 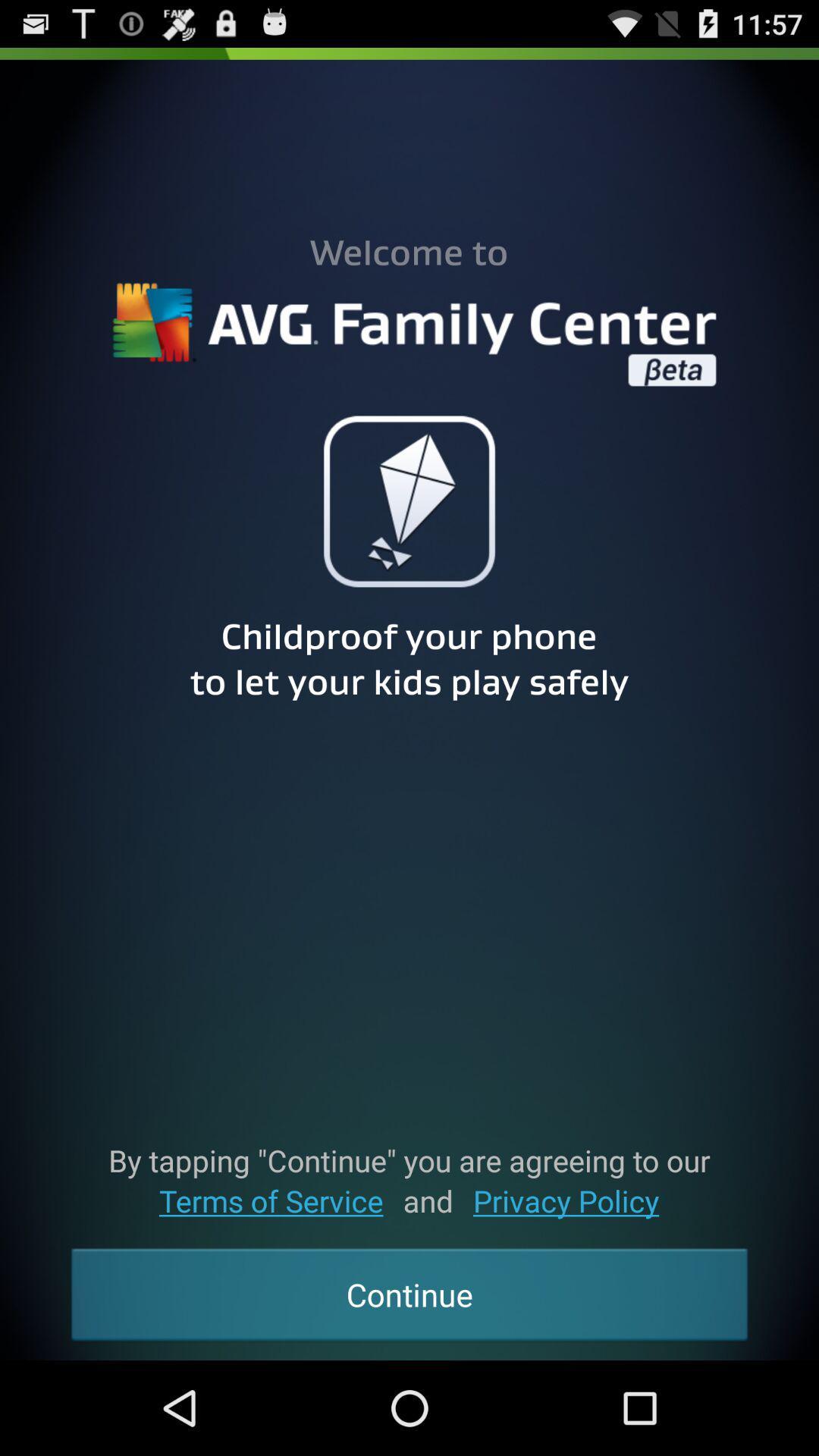 I want to click on the app at the bottom left corner, so click(x=270, y=1200).